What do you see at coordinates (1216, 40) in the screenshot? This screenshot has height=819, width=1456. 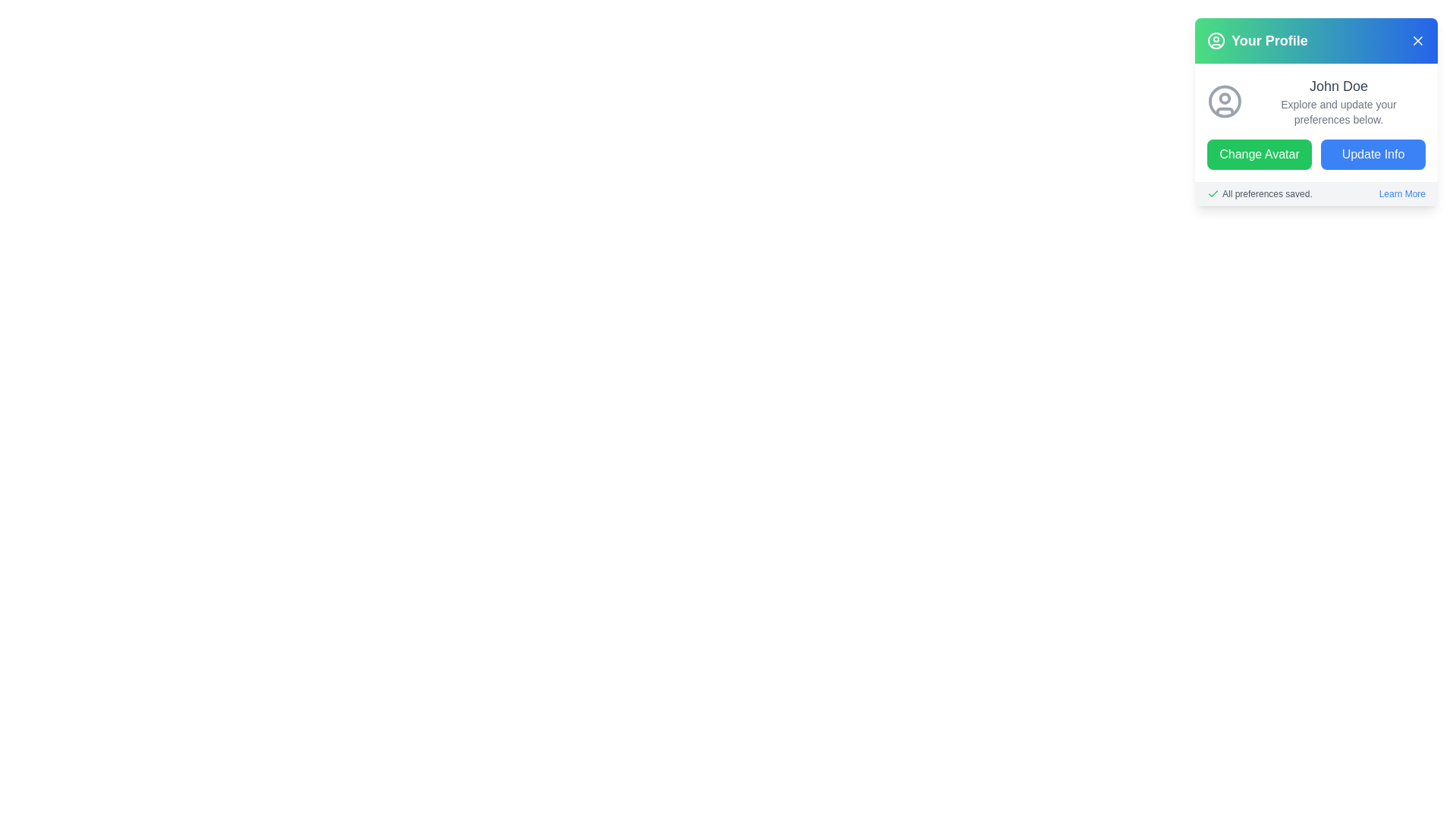 I see `the graphic icon representing the user profile, which is located to the left of the 'Your Profile' text within the header section of the floating profile widget` at bounding box center [1216, 40].